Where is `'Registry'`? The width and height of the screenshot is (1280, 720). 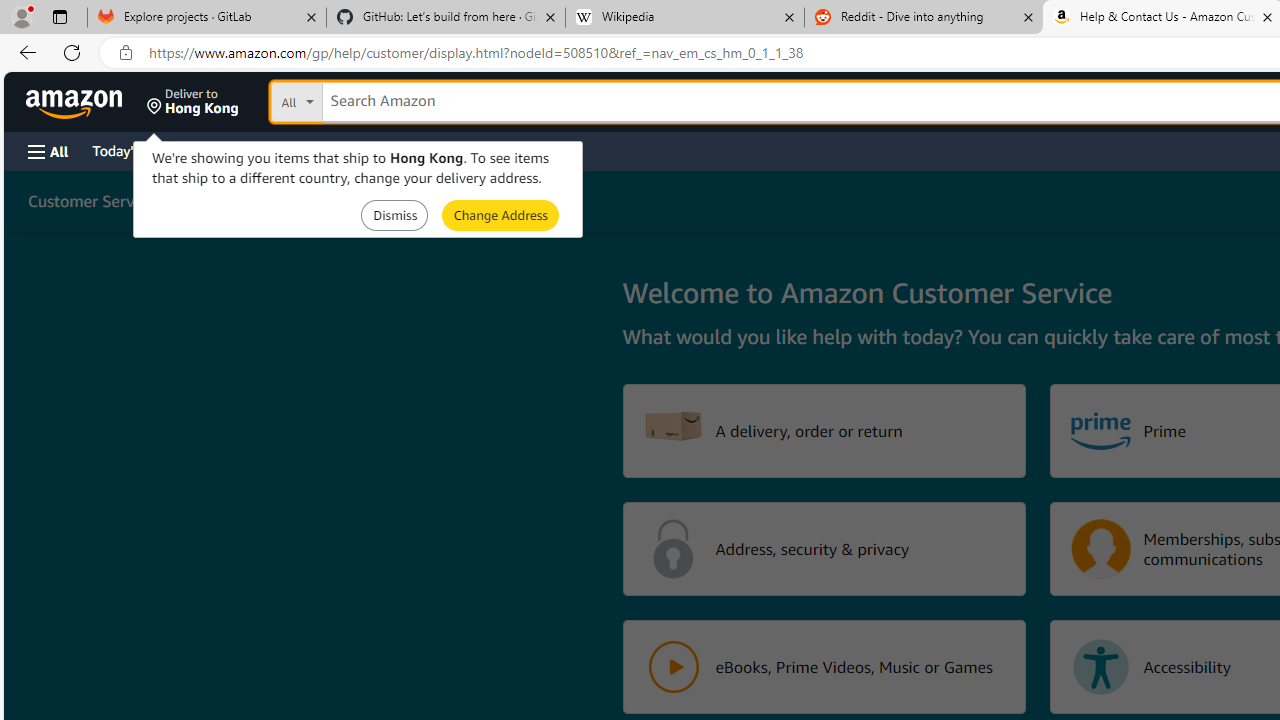 'Registry' is located at coordinates (360, 149).